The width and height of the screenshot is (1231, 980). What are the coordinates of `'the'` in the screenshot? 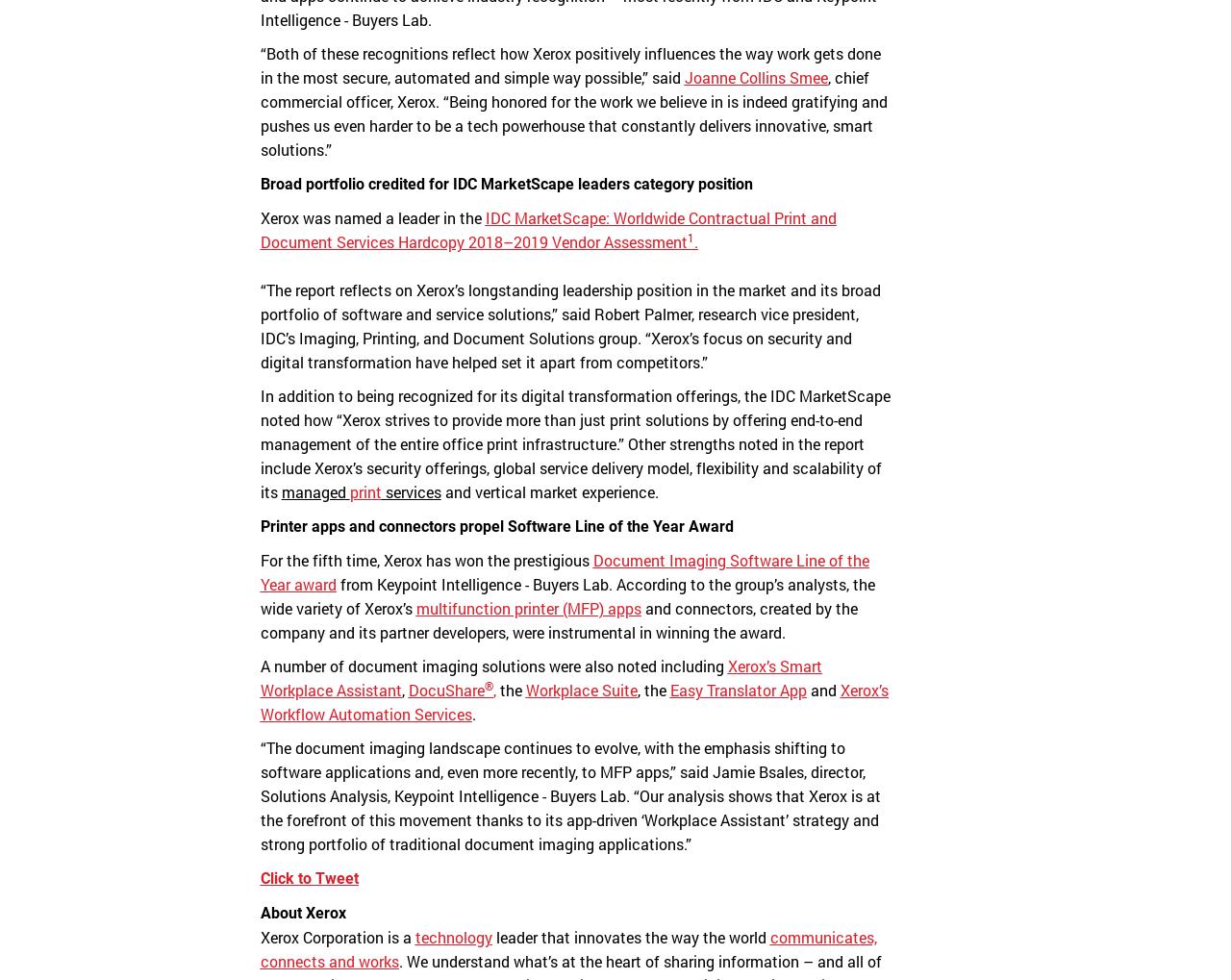 It's located at (510, 690).